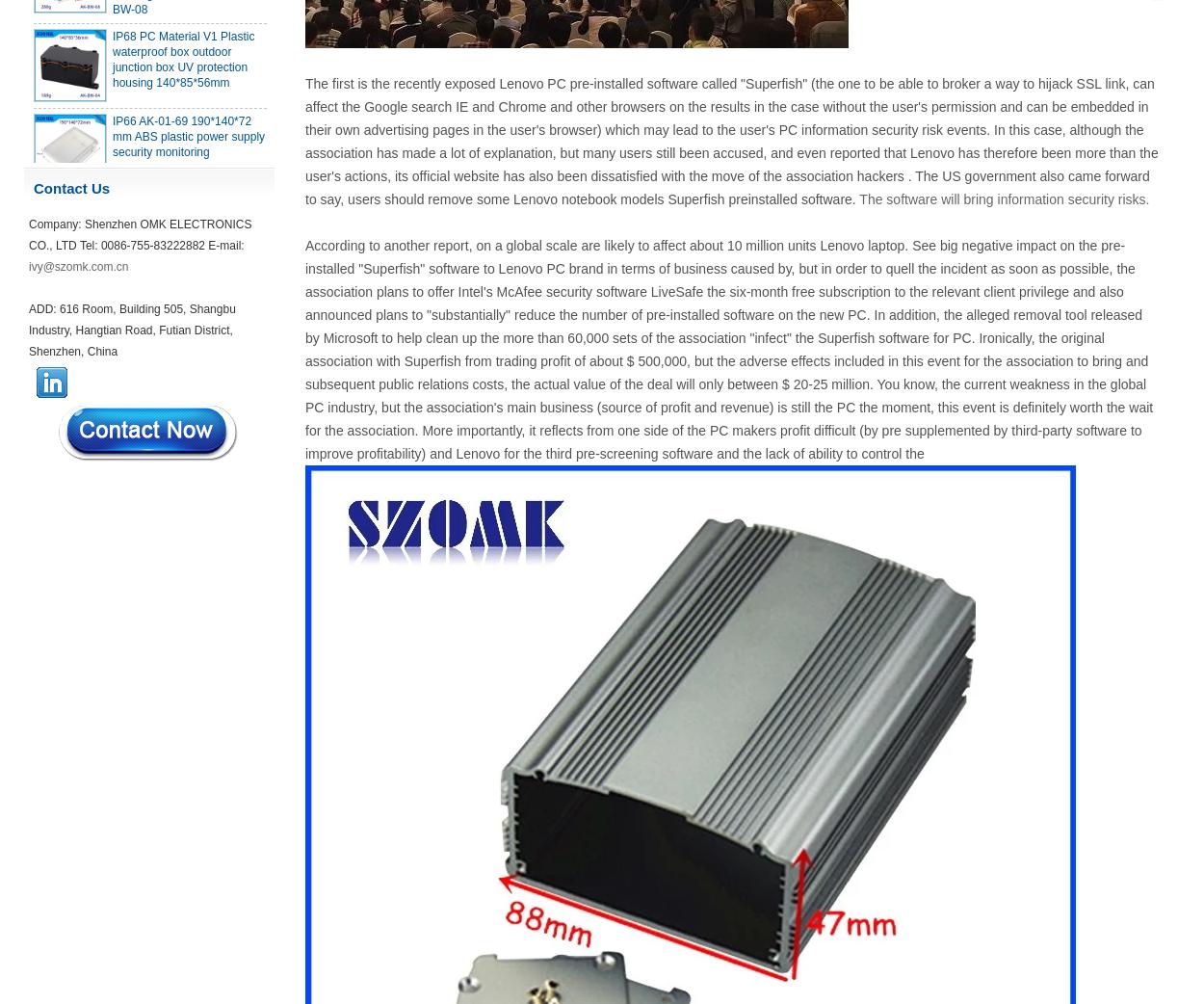 The image size is (1204, 1004). I want to click on 'ADD: 616 Room, Building 505, Shangbu Industry, Hangtian Road, Futian District, Shenzhen, China', so click(132, 330).